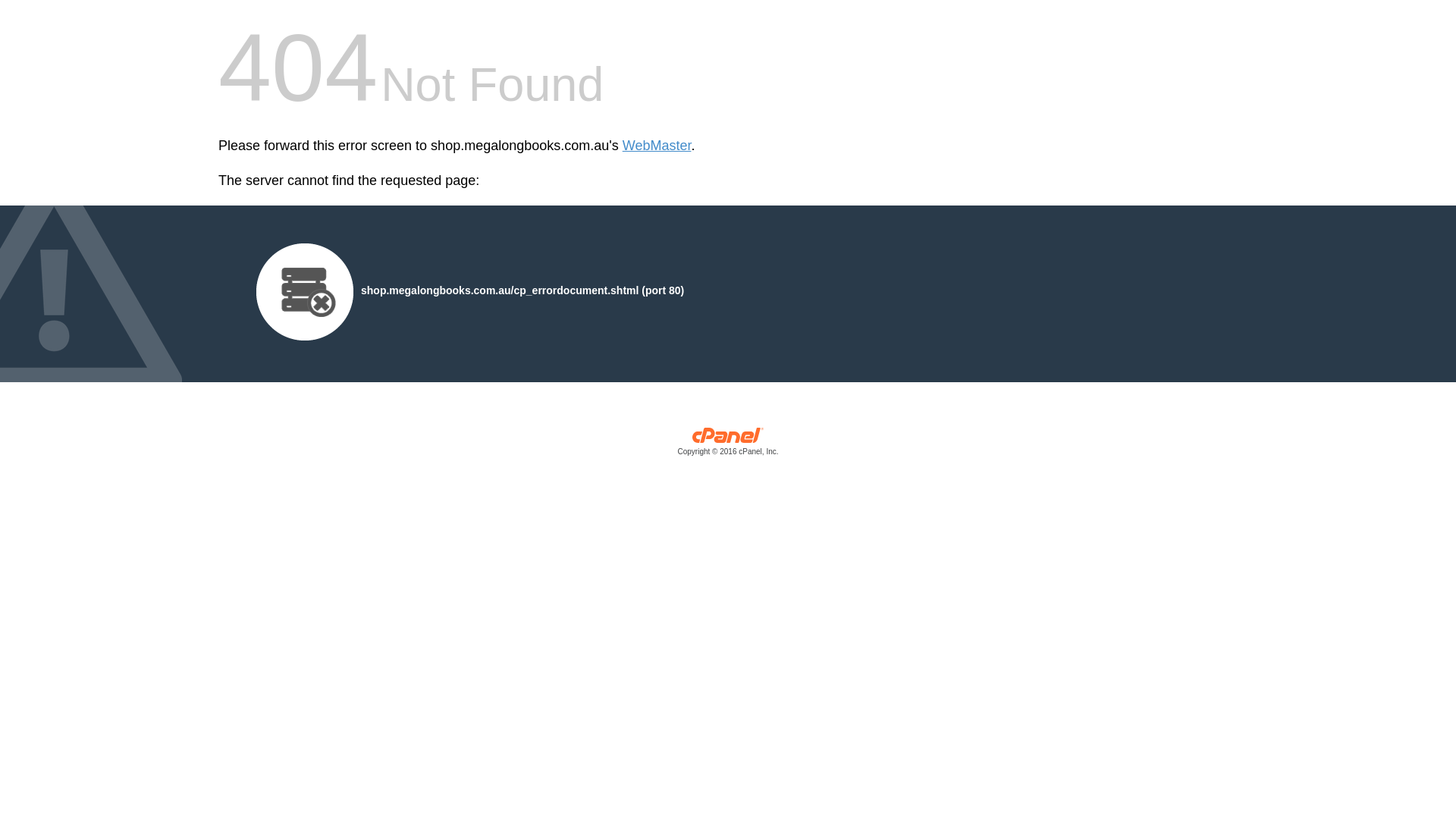 The width and height of the screenshot is (1456, 819). I want to click on 'WebMaster', so click(657, 146).